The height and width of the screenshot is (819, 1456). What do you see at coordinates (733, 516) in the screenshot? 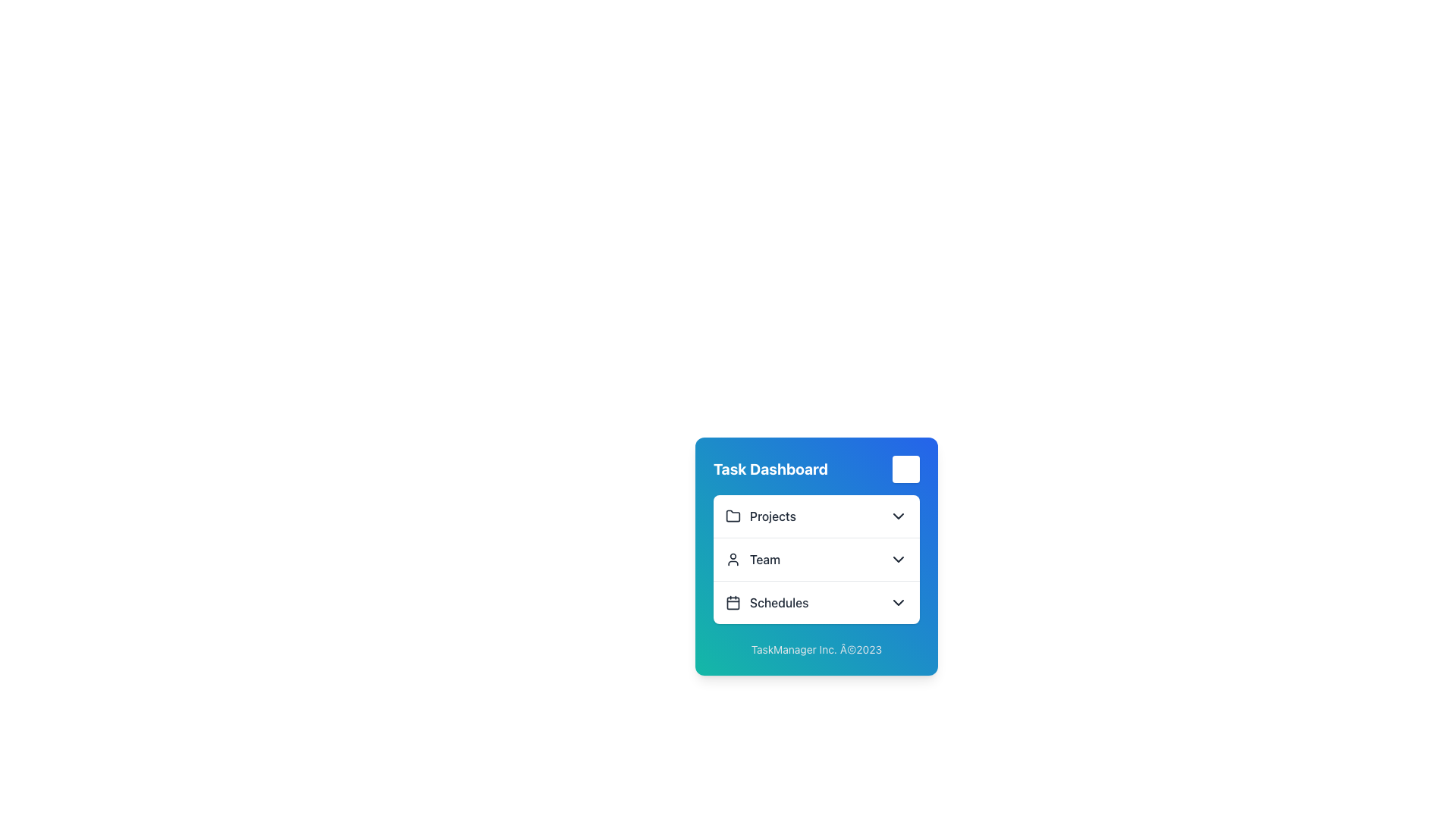
I see `the folder icon located in the 'Projects' section of the Task Dashboard, positioned to the left of the 'Projects' label` at bounding box center [733, 516].